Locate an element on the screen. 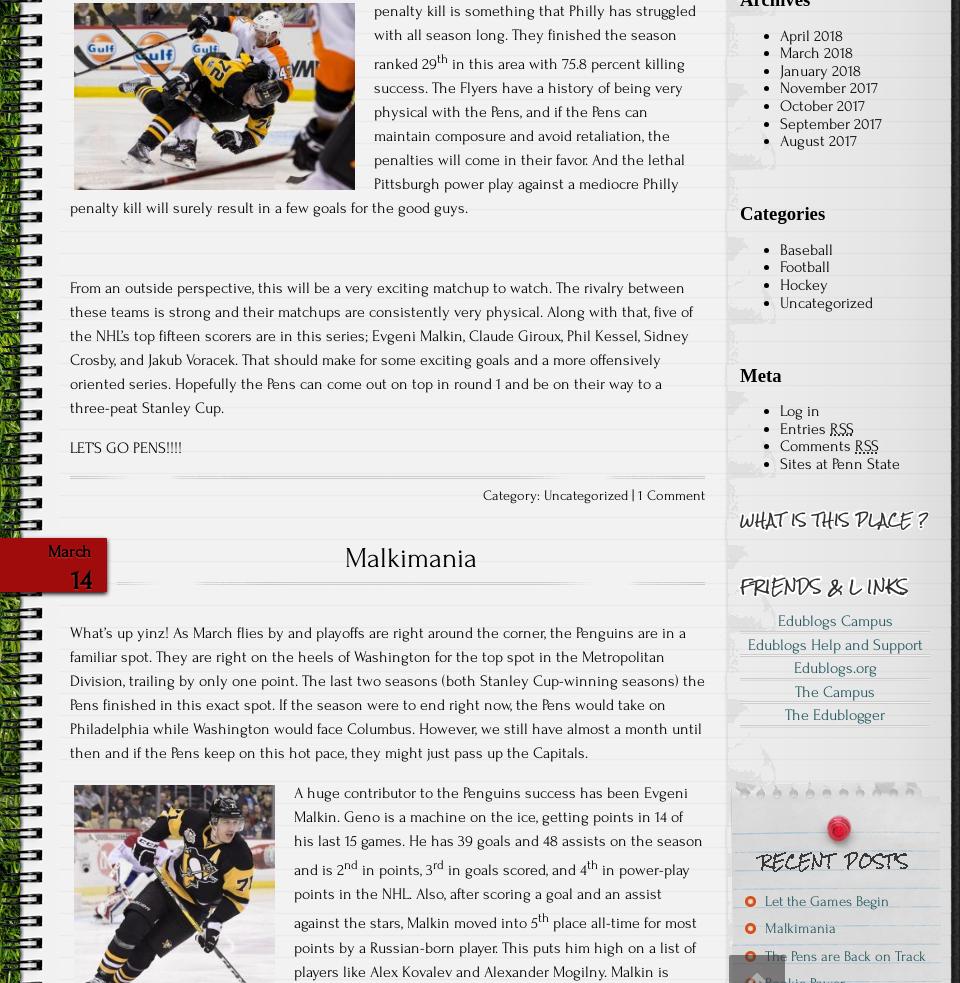 Image resolution: width=960 pixels, height=983 pixels. 'Log in' is located at coordinates (779, 409).